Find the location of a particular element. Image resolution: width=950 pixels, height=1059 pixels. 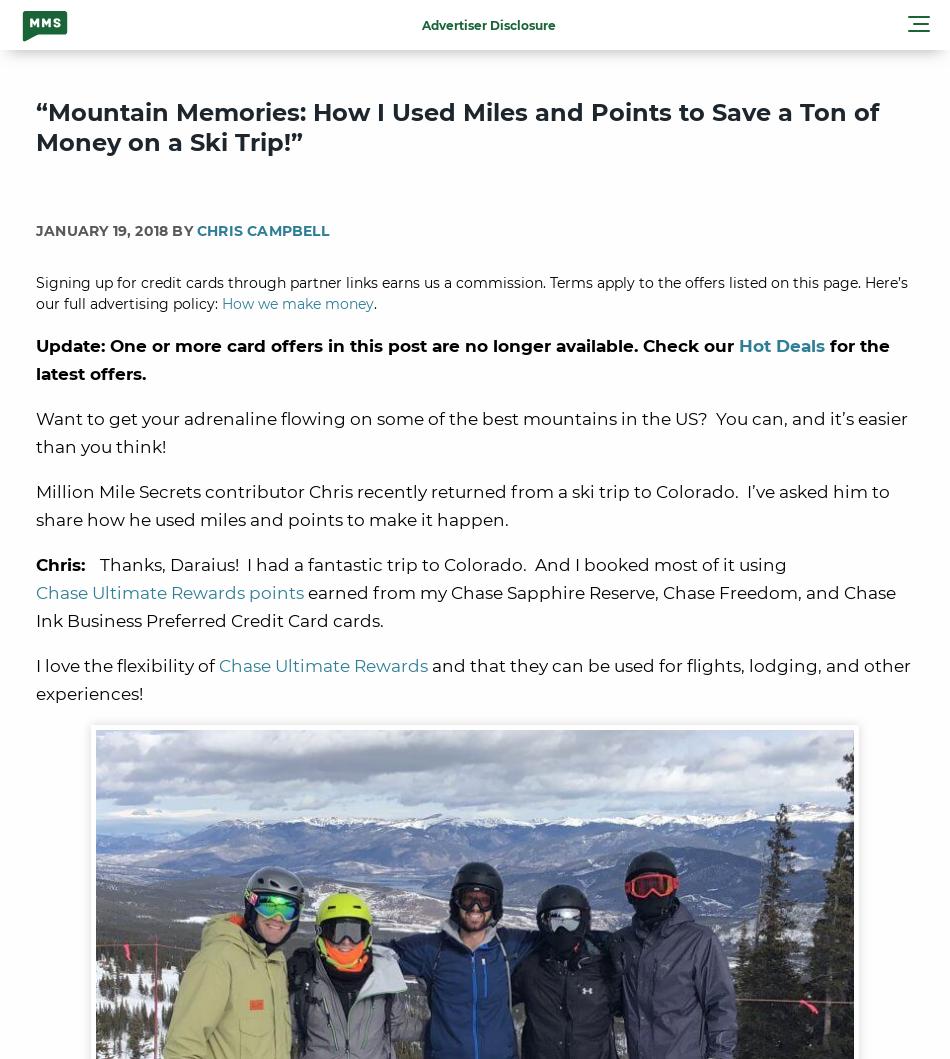

'.' is located at coordinates (374, 304).